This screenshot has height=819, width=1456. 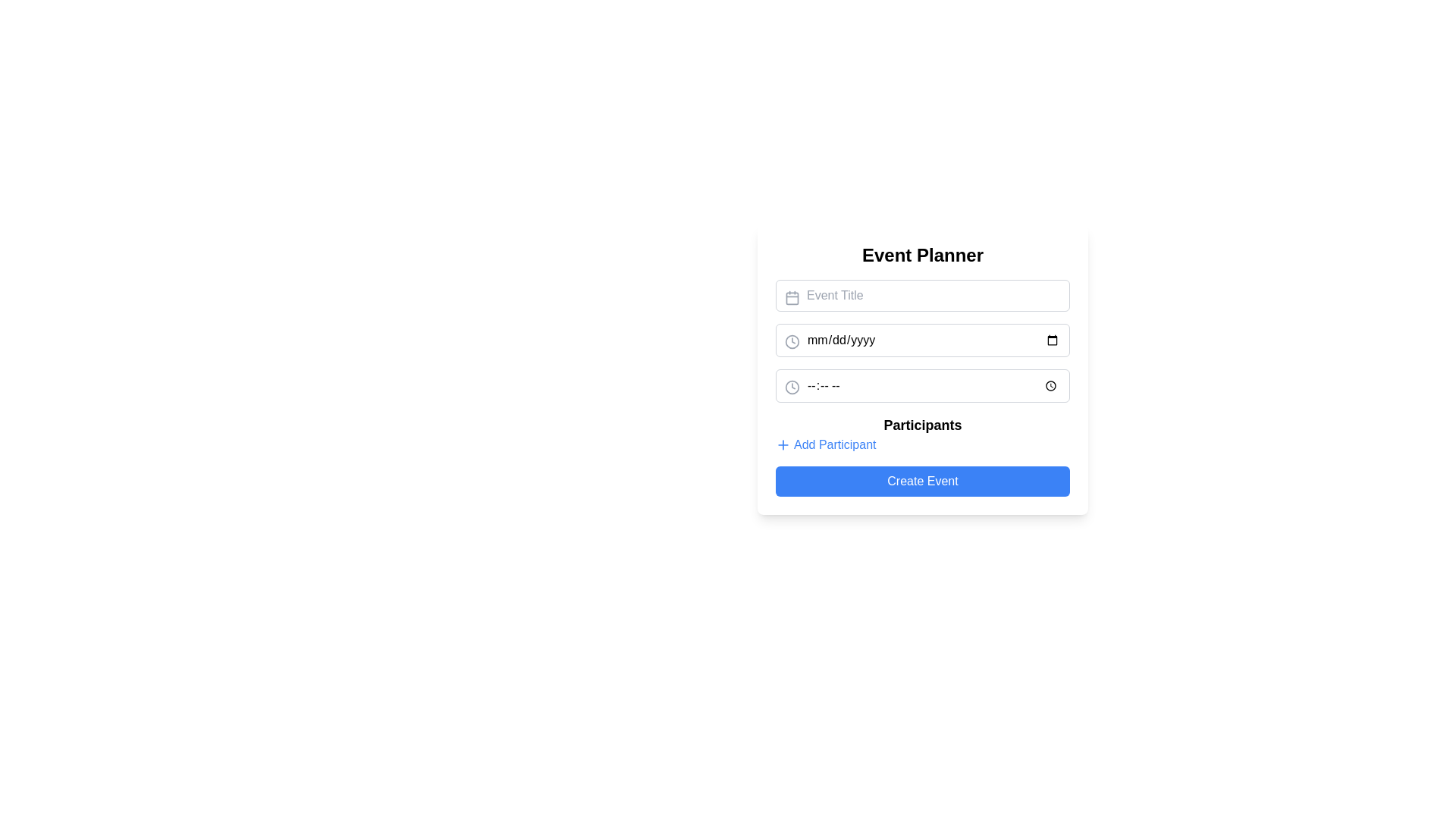 I want to click on the 'Add Participants' button located under the 'Participants' section, positioned above the 'Create Event' button, so click(x=825, y=444).